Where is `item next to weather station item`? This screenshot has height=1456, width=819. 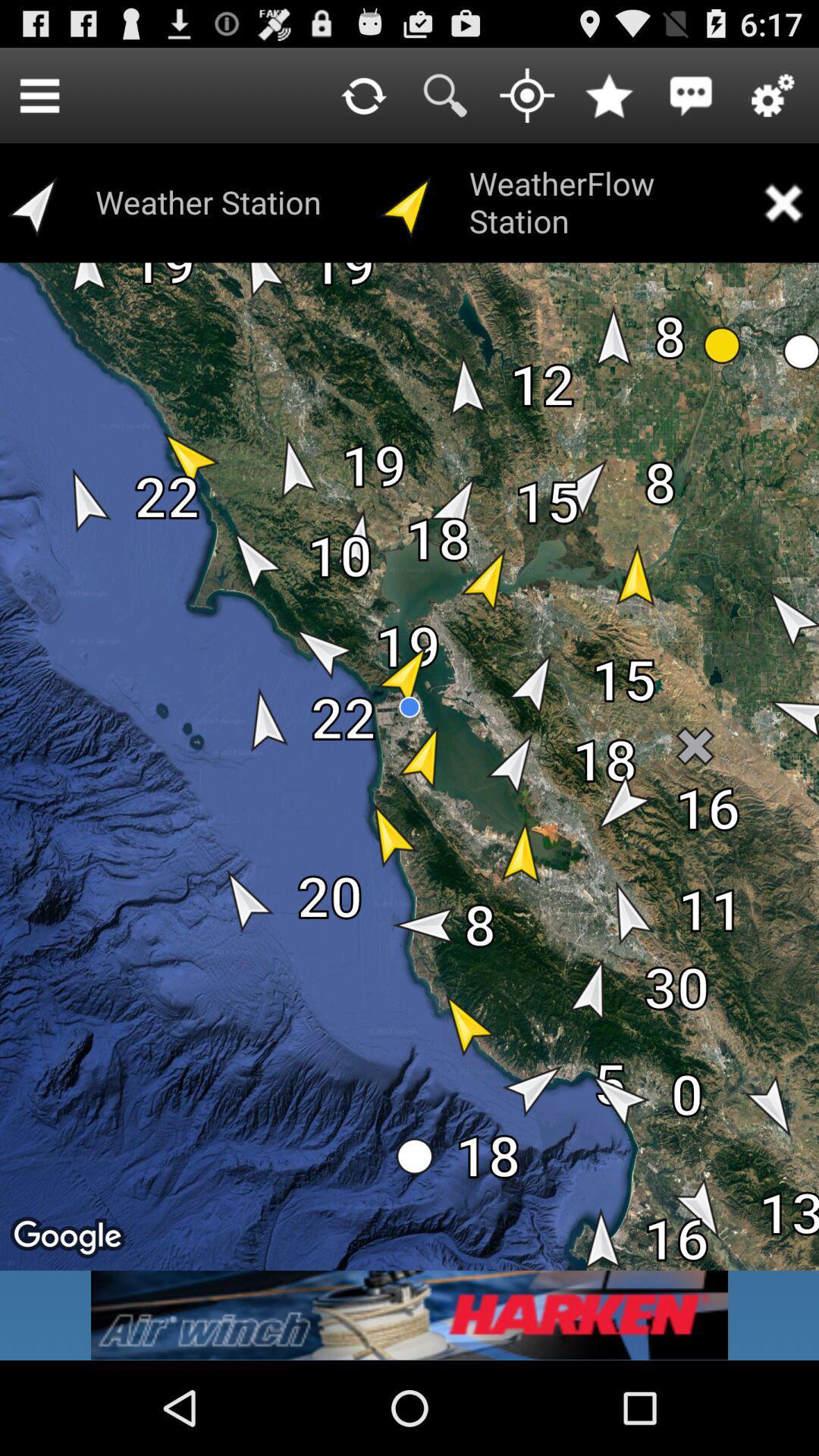 item next to weather station item is located at coordinates (39, 94).